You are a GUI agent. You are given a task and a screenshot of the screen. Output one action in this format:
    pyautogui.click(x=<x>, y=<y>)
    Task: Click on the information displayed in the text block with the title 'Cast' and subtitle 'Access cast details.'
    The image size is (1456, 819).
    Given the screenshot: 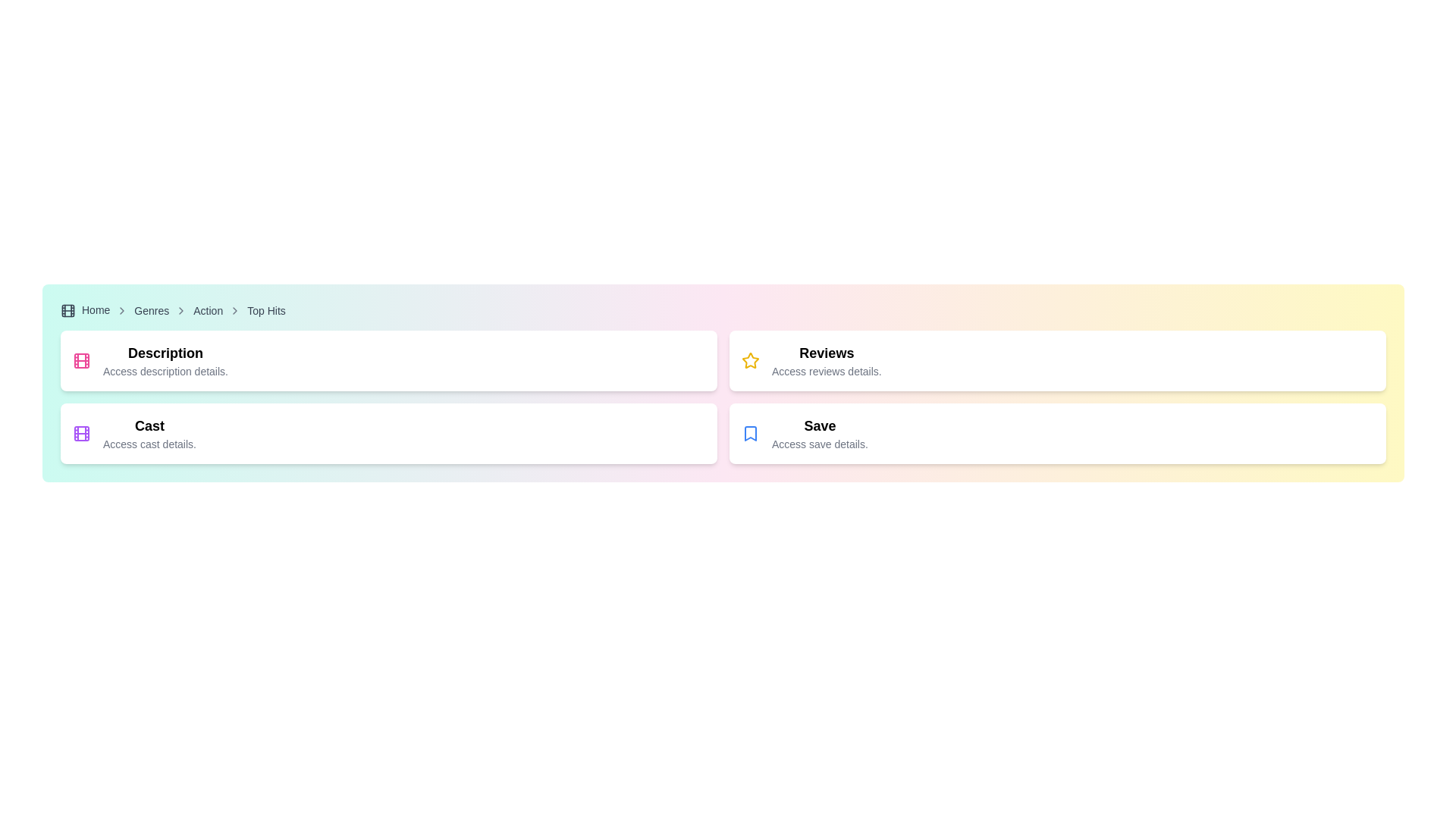 What is the action you would take?
    pyautogui.click(x=149, y=434)
    